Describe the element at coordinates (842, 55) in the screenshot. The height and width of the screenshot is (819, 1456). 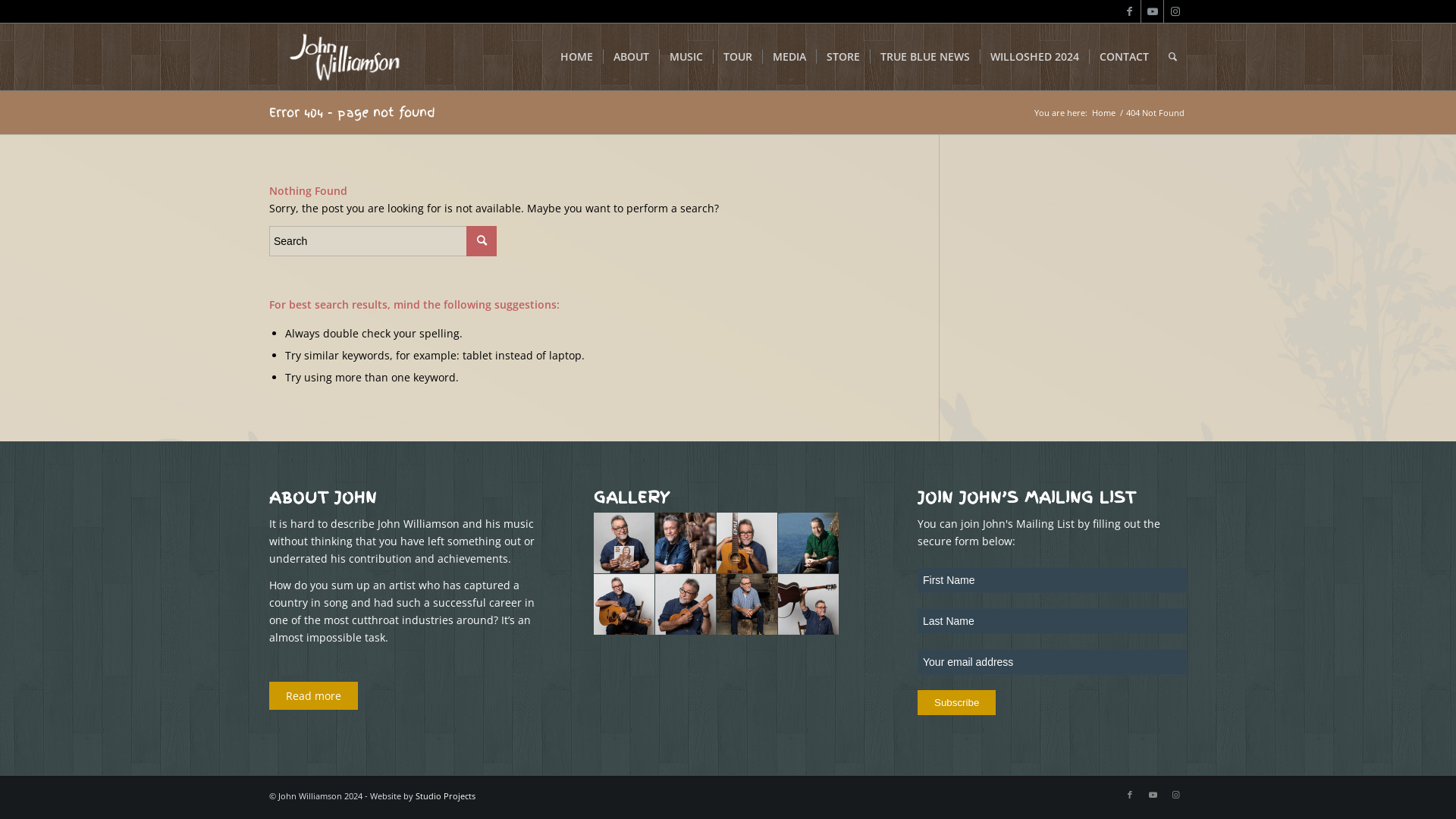
I see `'STORE'` at that location.